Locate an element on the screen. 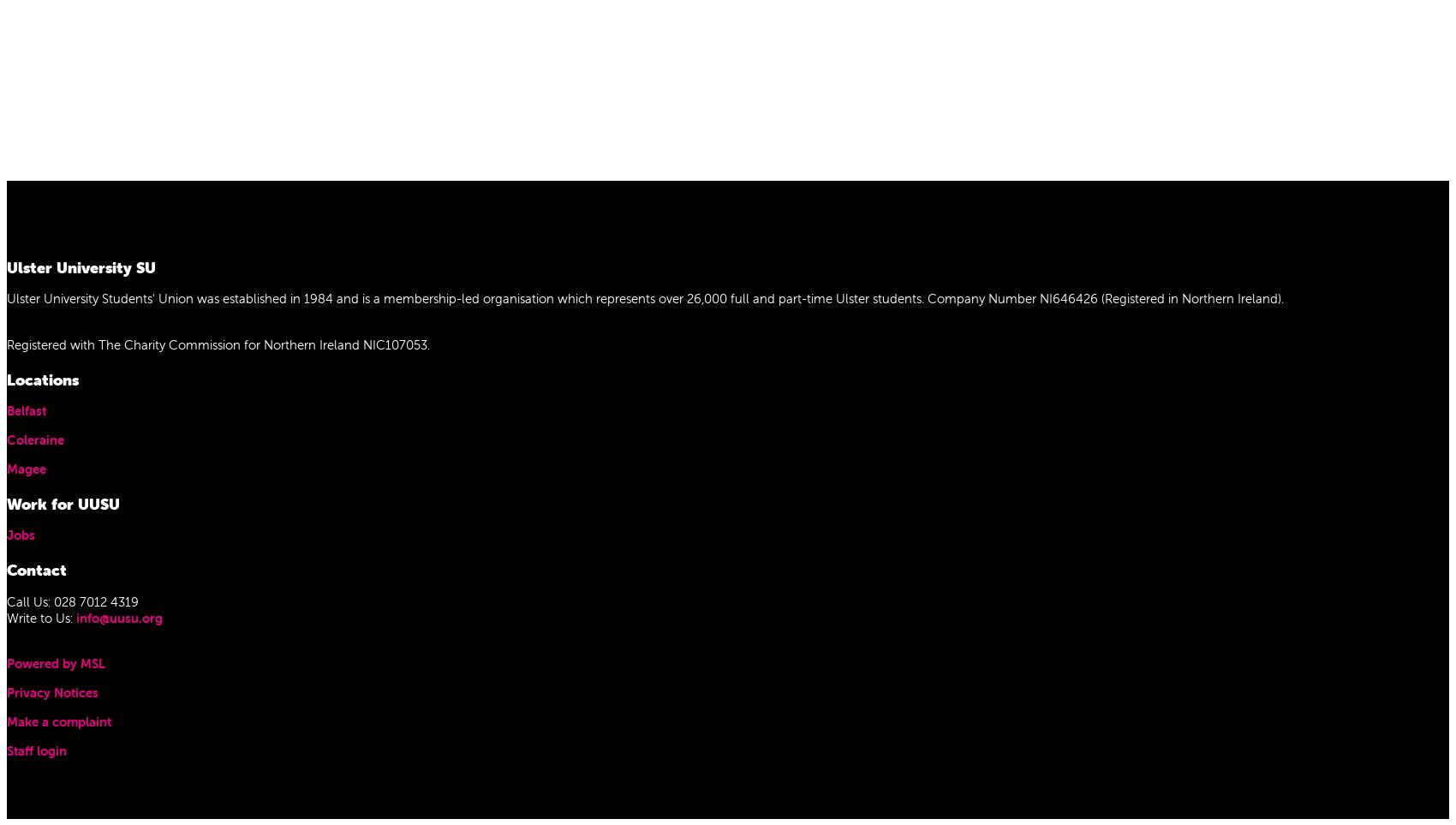 The width and height of the screenshot is (1456, 825). 'Call Us: 028 7012 4319' is located at coordinates (73, 600).